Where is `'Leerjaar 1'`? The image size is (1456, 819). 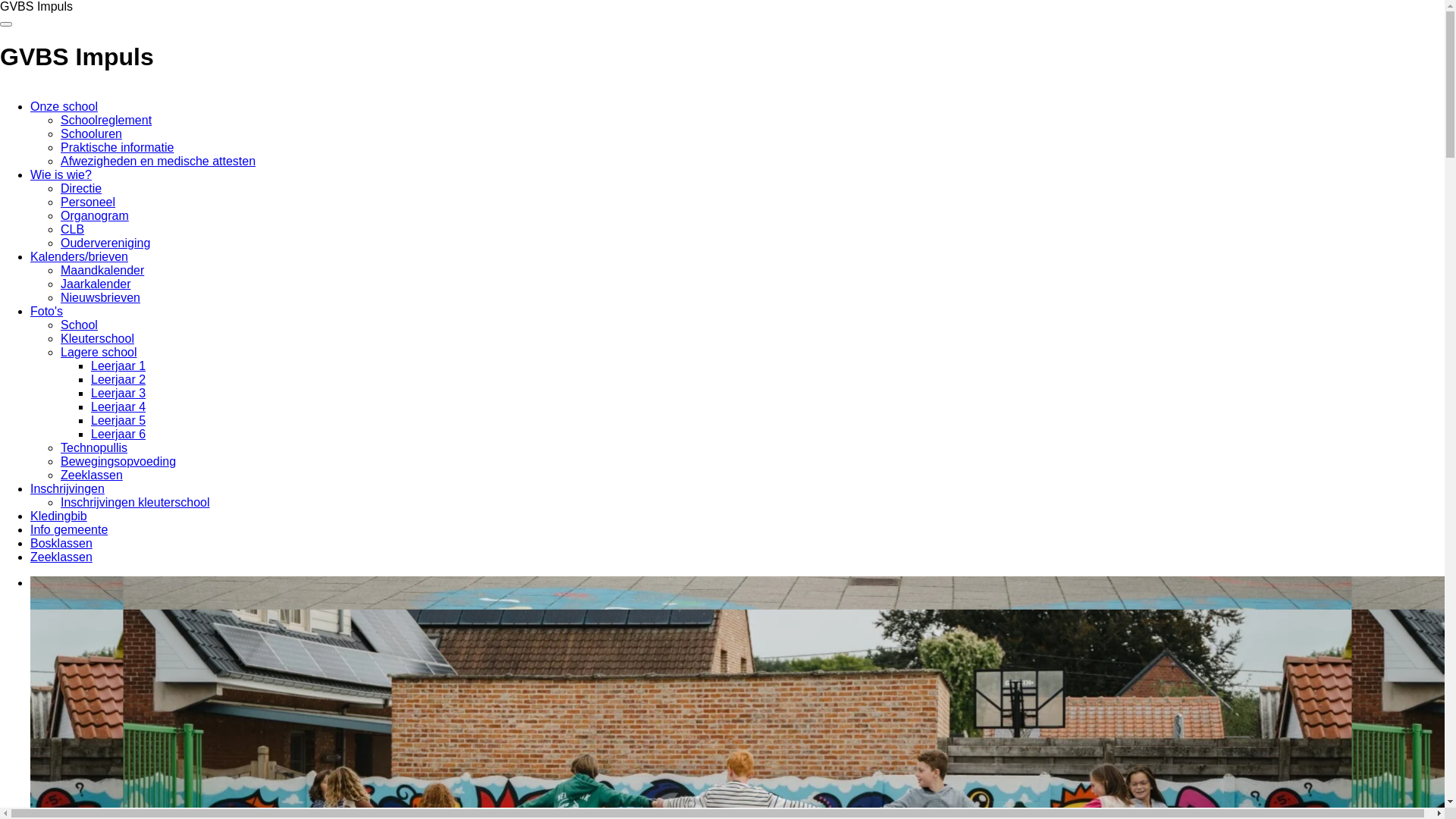 'Leerjaar 1' is located at coordinates (118, 366).